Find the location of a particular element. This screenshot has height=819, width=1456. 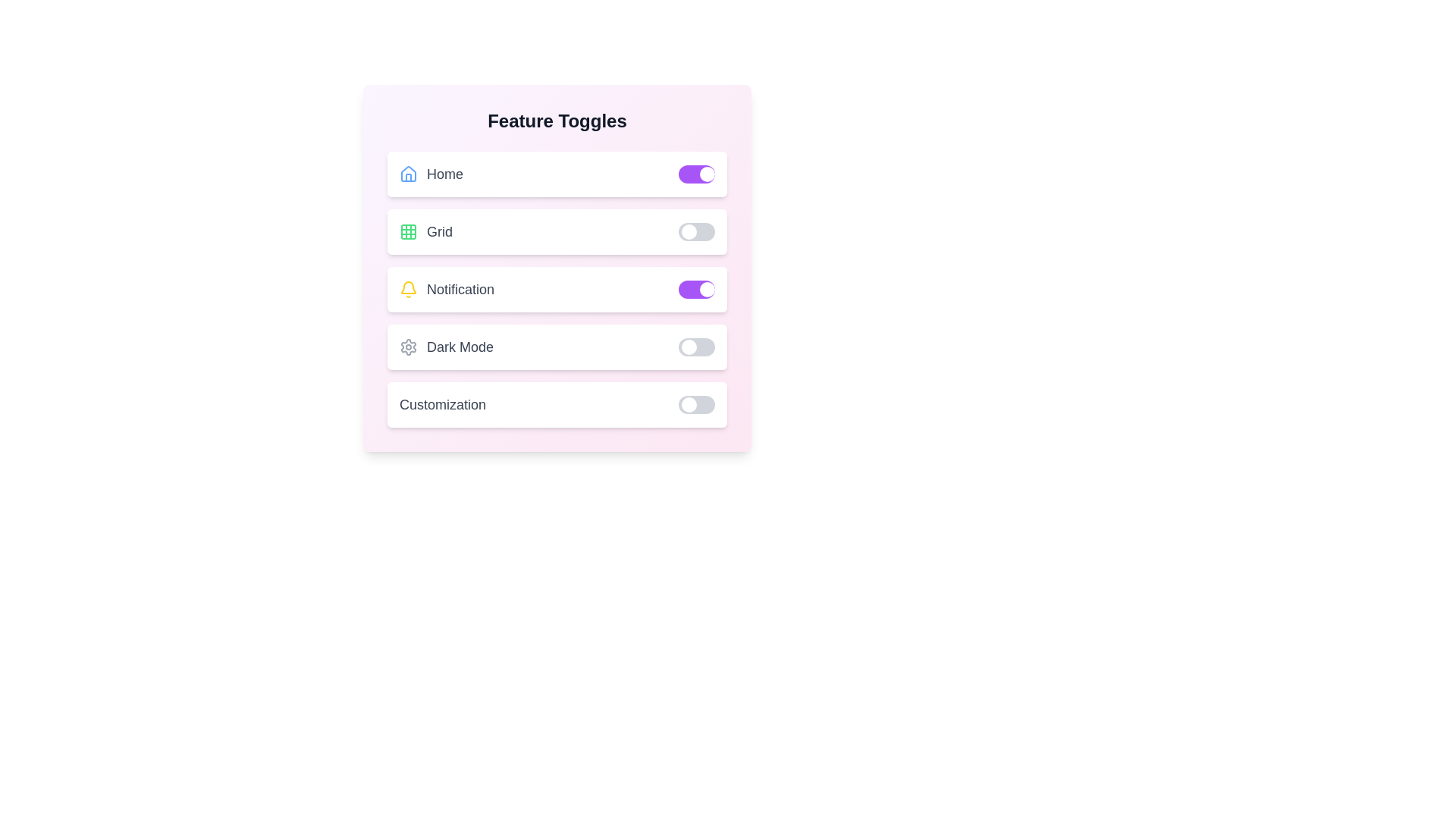

the 'Home' text label, which is styled in a medium-sized, capitalized font and is located in the first row of a feature toggle list, directly to the right of a house icon is located at coordinates (444, 174).